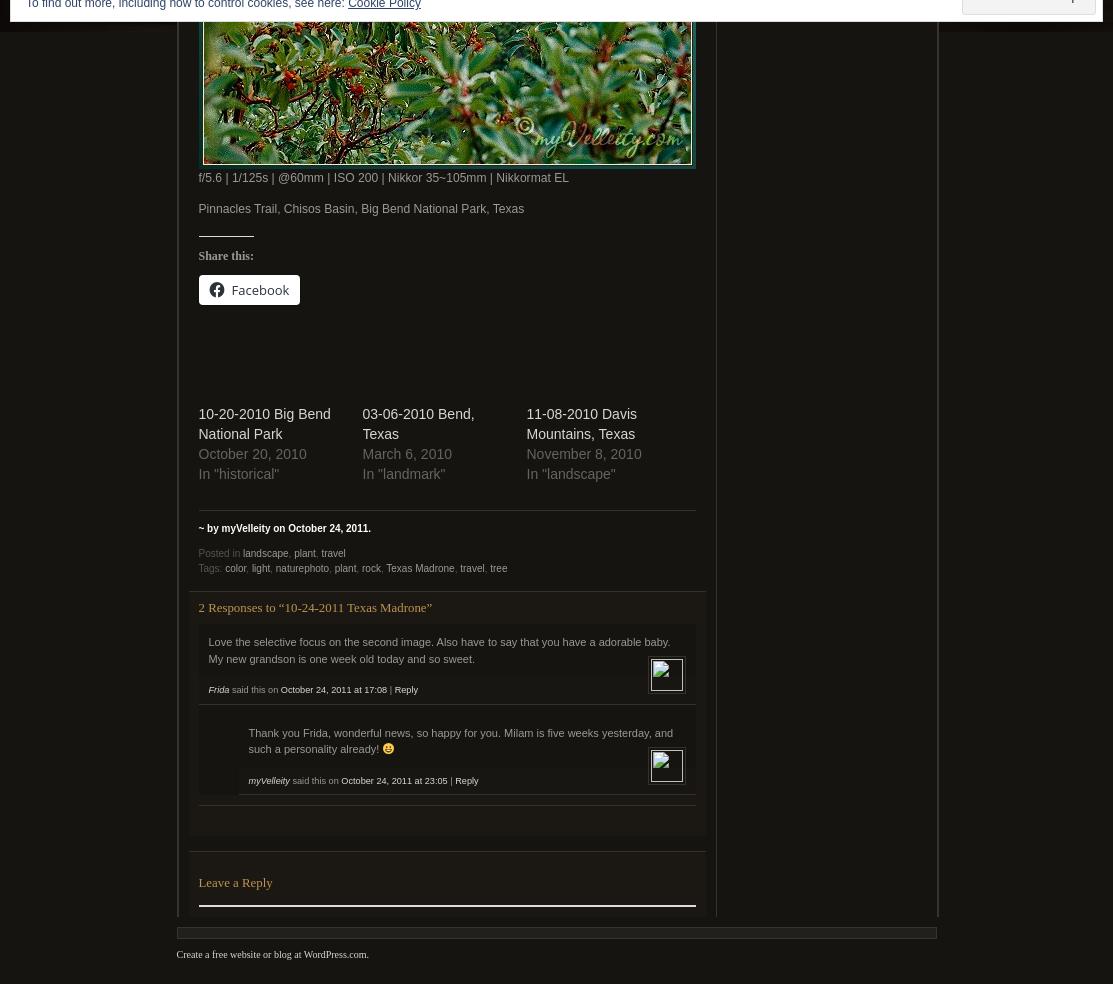 The image size is (1113, 984). I want to click on 'f/5.6 | 1/125s | @60mm | ISO 200 | Nikkor 35~105mm | Nikkormat EL', so click(382, 178).